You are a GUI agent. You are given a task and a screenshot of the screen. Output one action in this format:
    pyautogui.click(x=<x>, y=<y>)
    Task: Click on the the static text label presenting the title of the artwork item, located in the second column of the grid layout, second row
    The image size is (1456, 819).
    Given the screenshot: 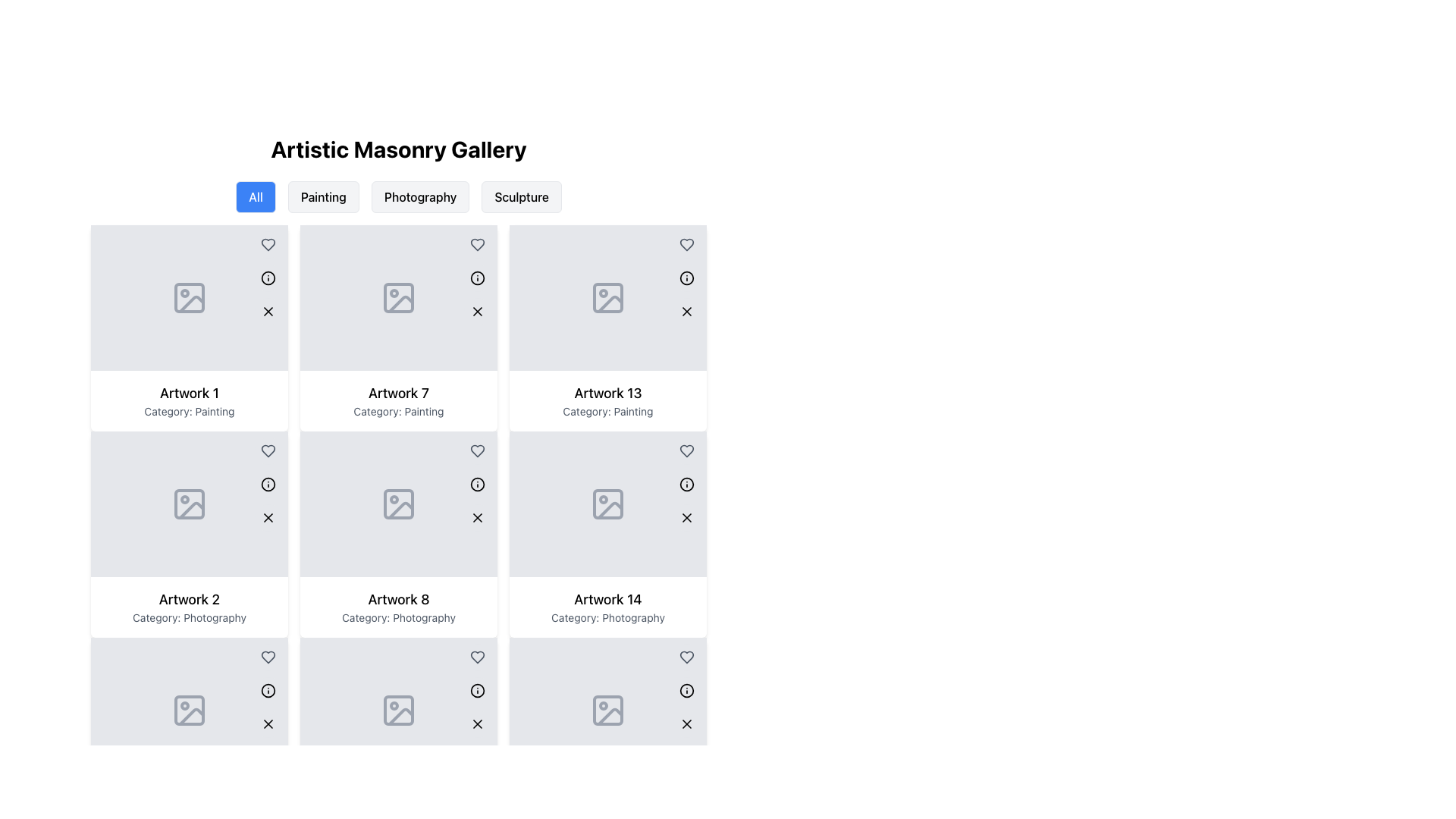 What is the action you would take?
    pyautogui.click(x=399, y=393)
    